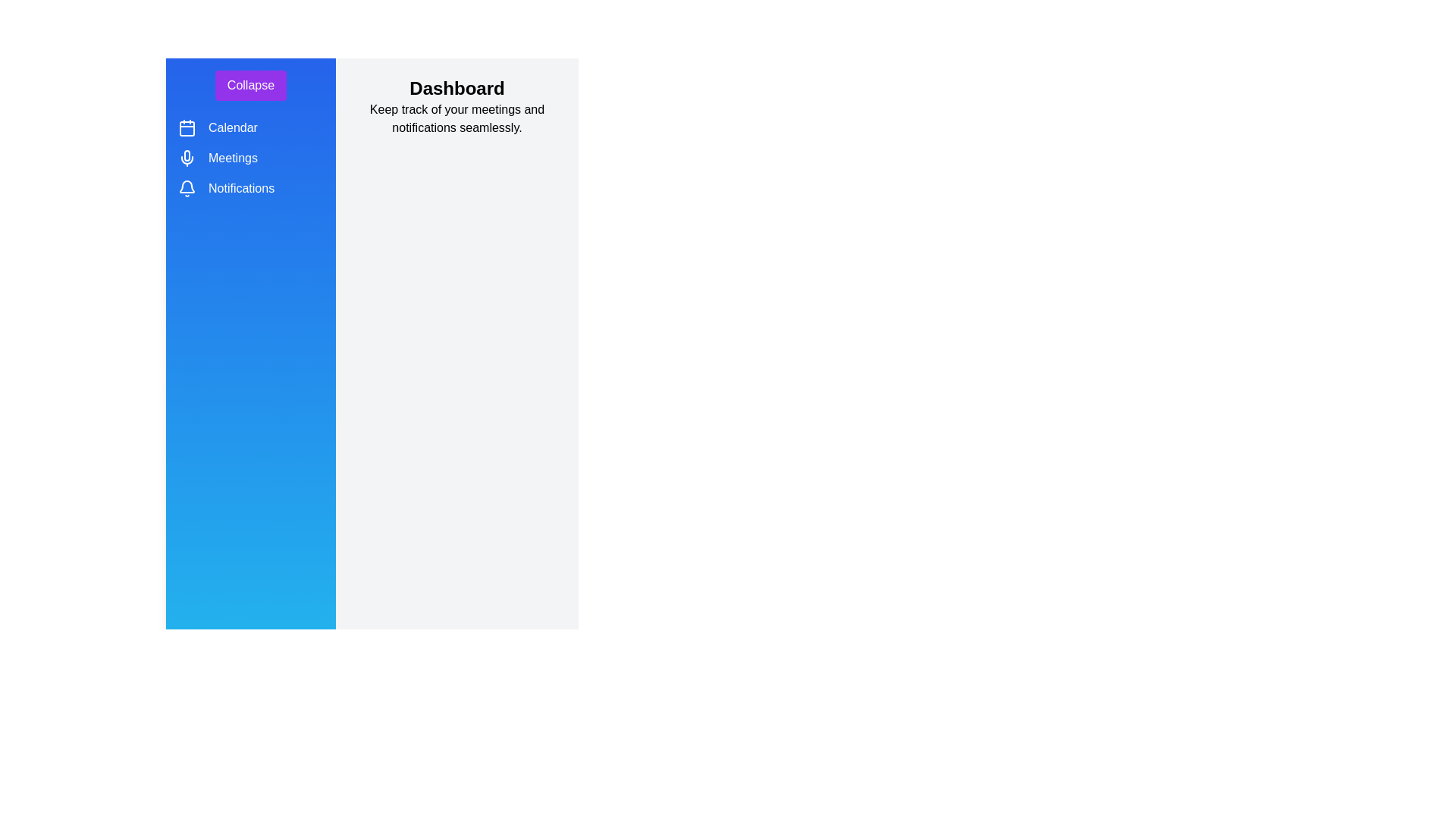 The width and height of the screenshot is (1456, 819). I want to click on the navigation item Notifications, so click(186, 188).